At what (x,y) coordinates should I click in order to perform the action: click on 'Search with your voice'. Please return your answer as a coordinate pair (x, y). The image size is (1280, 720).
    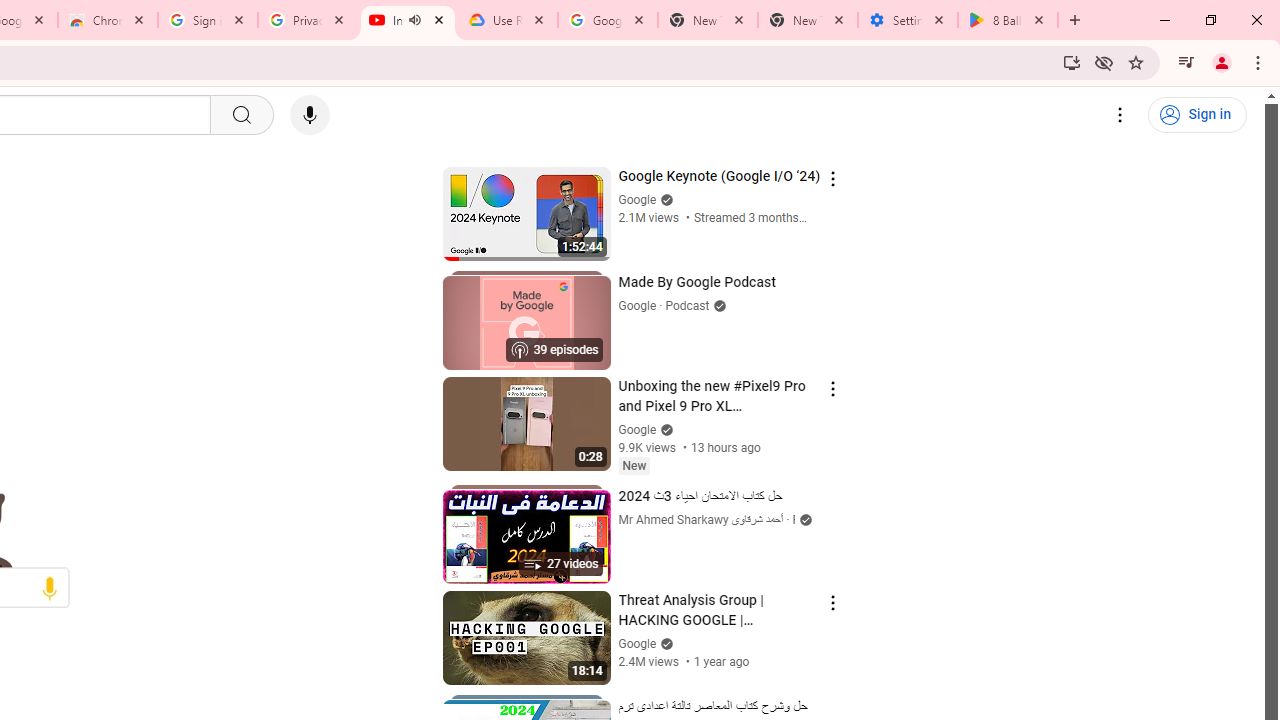
    Looking at the image, I should click on (308, 115).